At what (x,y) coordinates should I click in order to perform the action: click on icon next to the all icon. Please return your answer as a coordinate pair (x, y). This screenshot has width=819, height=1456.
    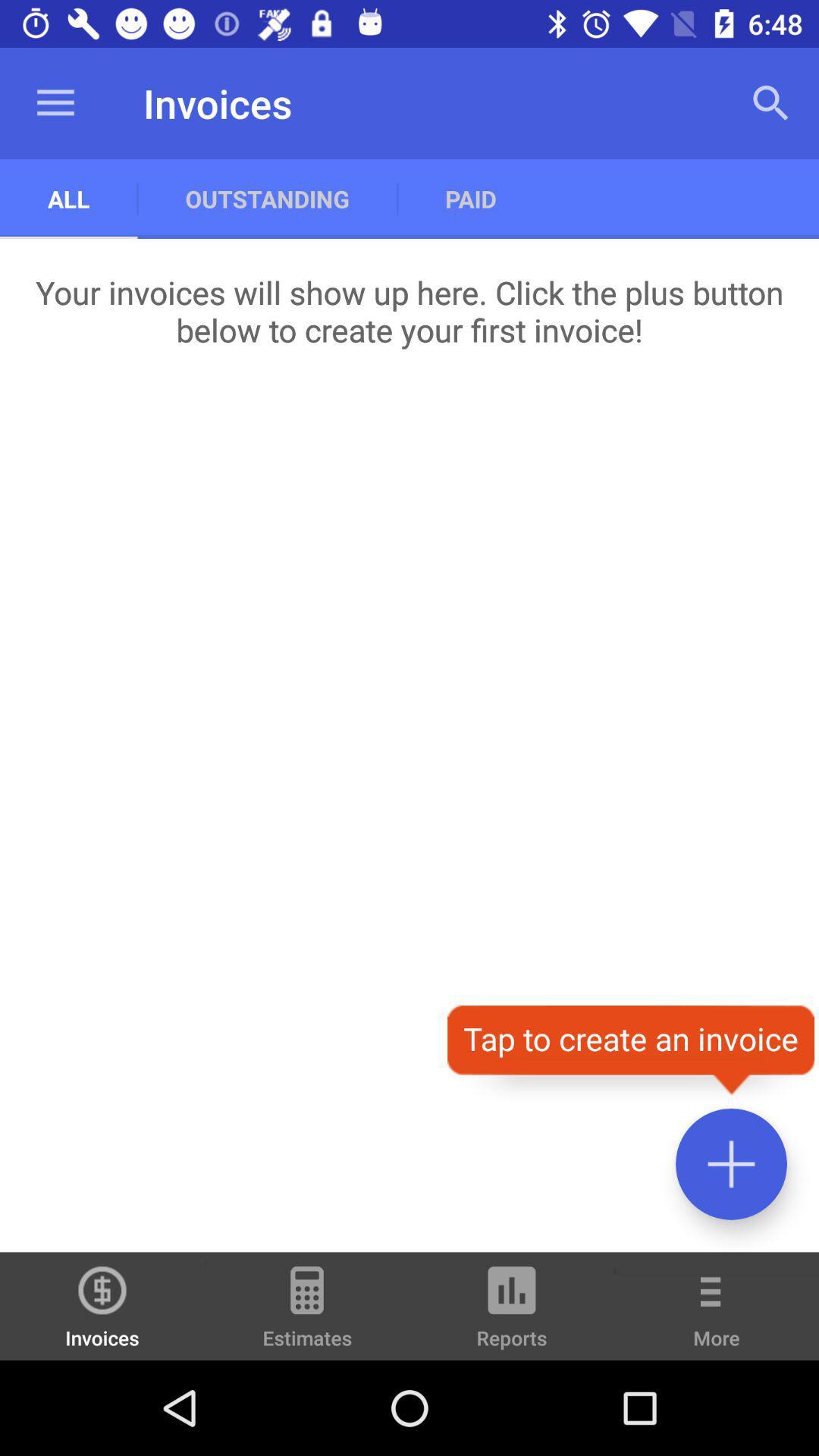
    Looking at the image, I should click on (266, 198).